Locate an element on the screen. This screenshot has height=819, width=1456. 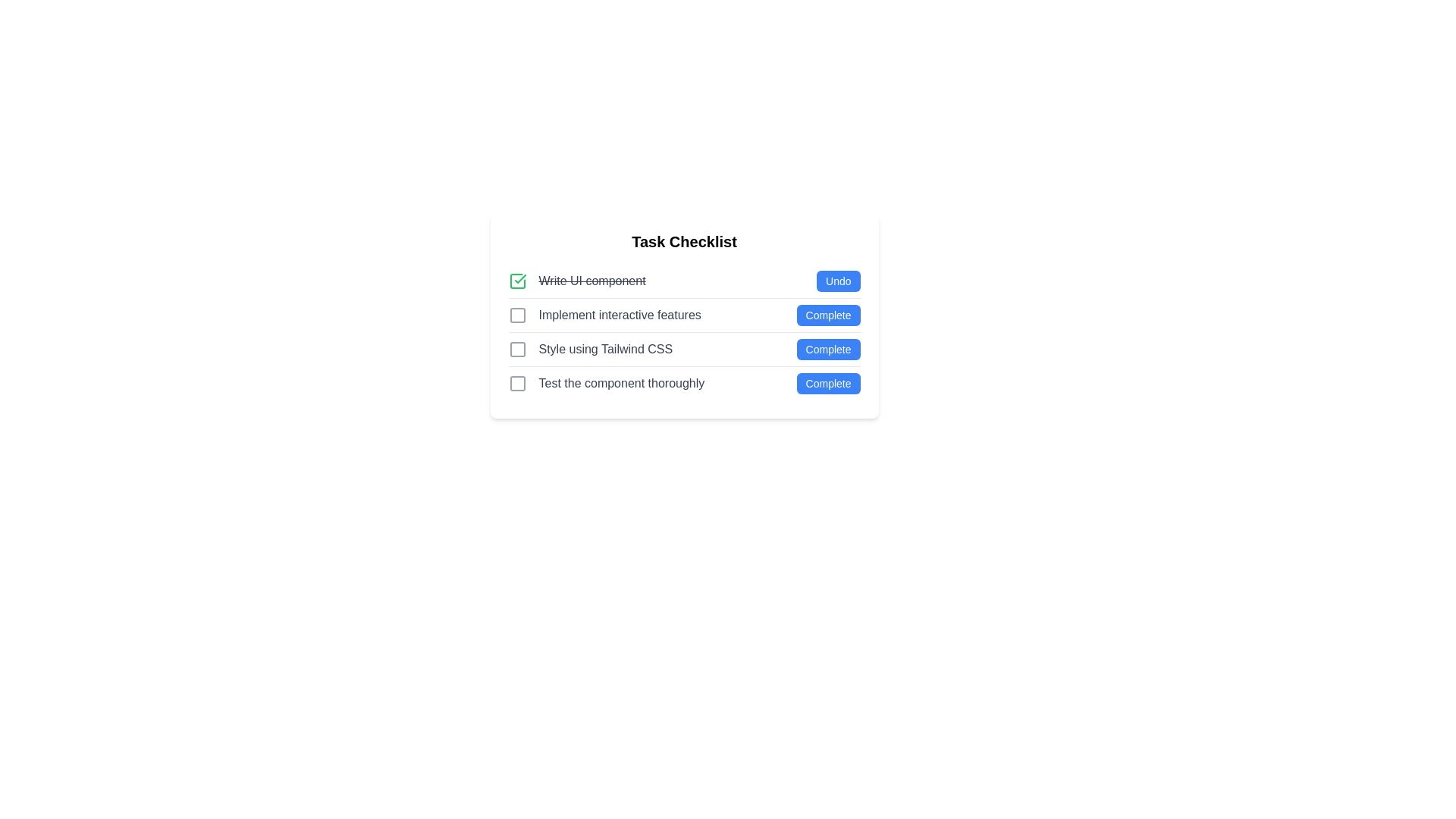
the checkbox, which is a square icon with rounded edges styled with a light gray outline, located to the left of the text 'Implement interactive features' is located at coordinates (517, 315).